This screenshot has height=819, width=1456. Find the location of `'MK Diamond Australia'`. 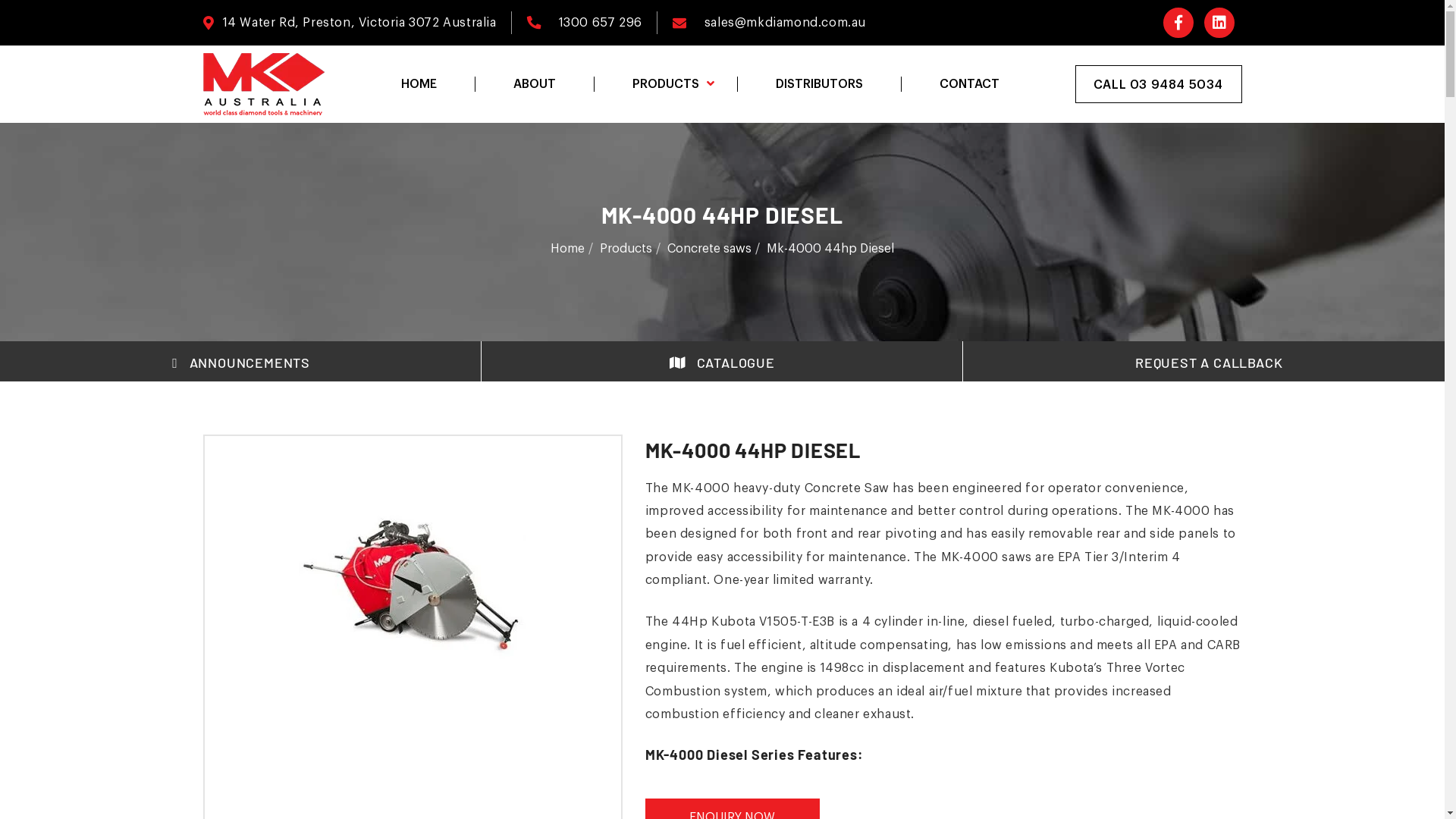

'MK Diamond Australia' is located at coordinates (264, 84).